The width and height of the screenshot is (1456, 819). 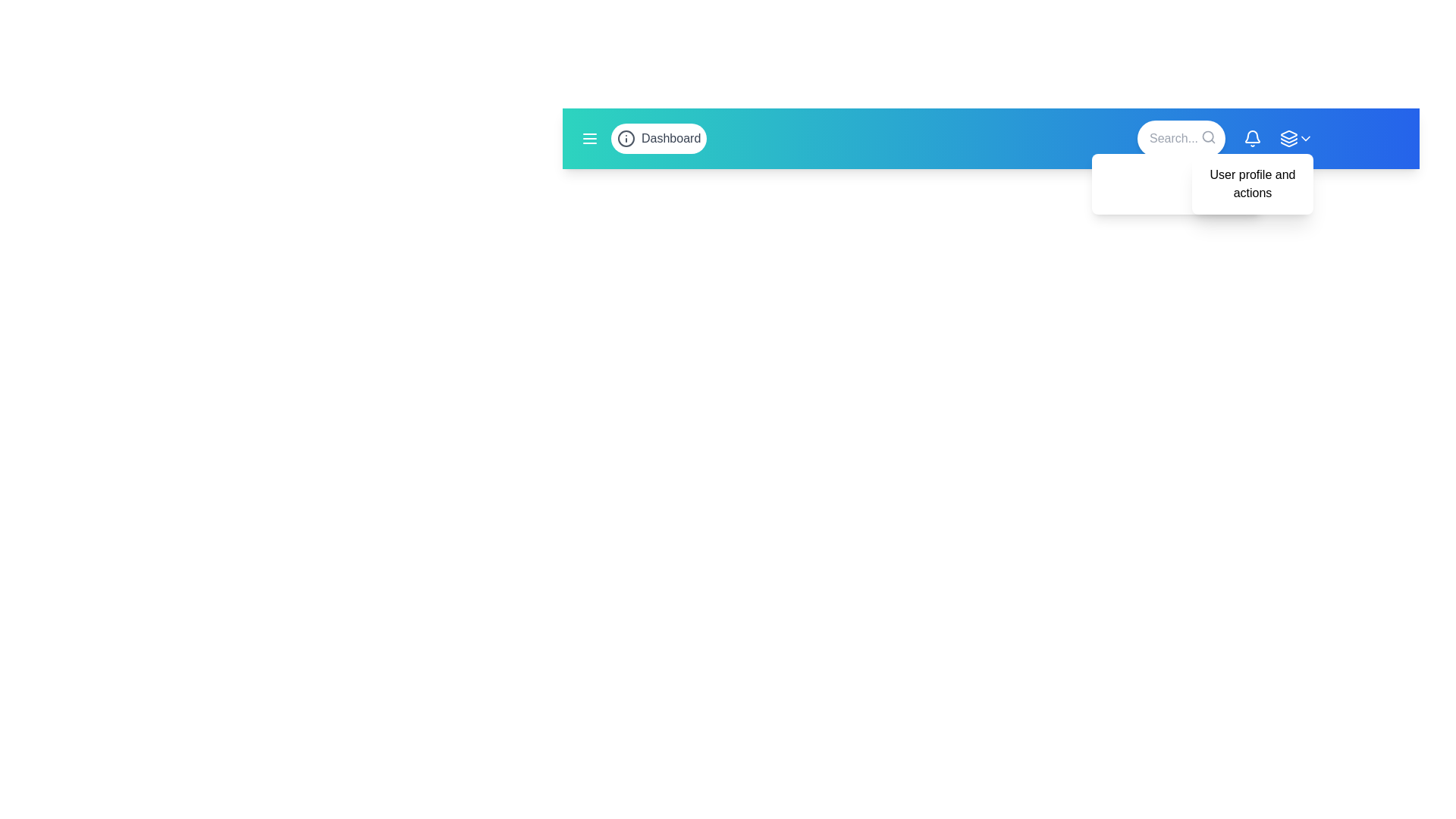 What do you see at coordinates (1181, 138) in the screenshot?
I see `the embedded icon in the text input field located at the top-right section of the interface, adjacent to notification and profile elements` at bounding box center [1181, 138].